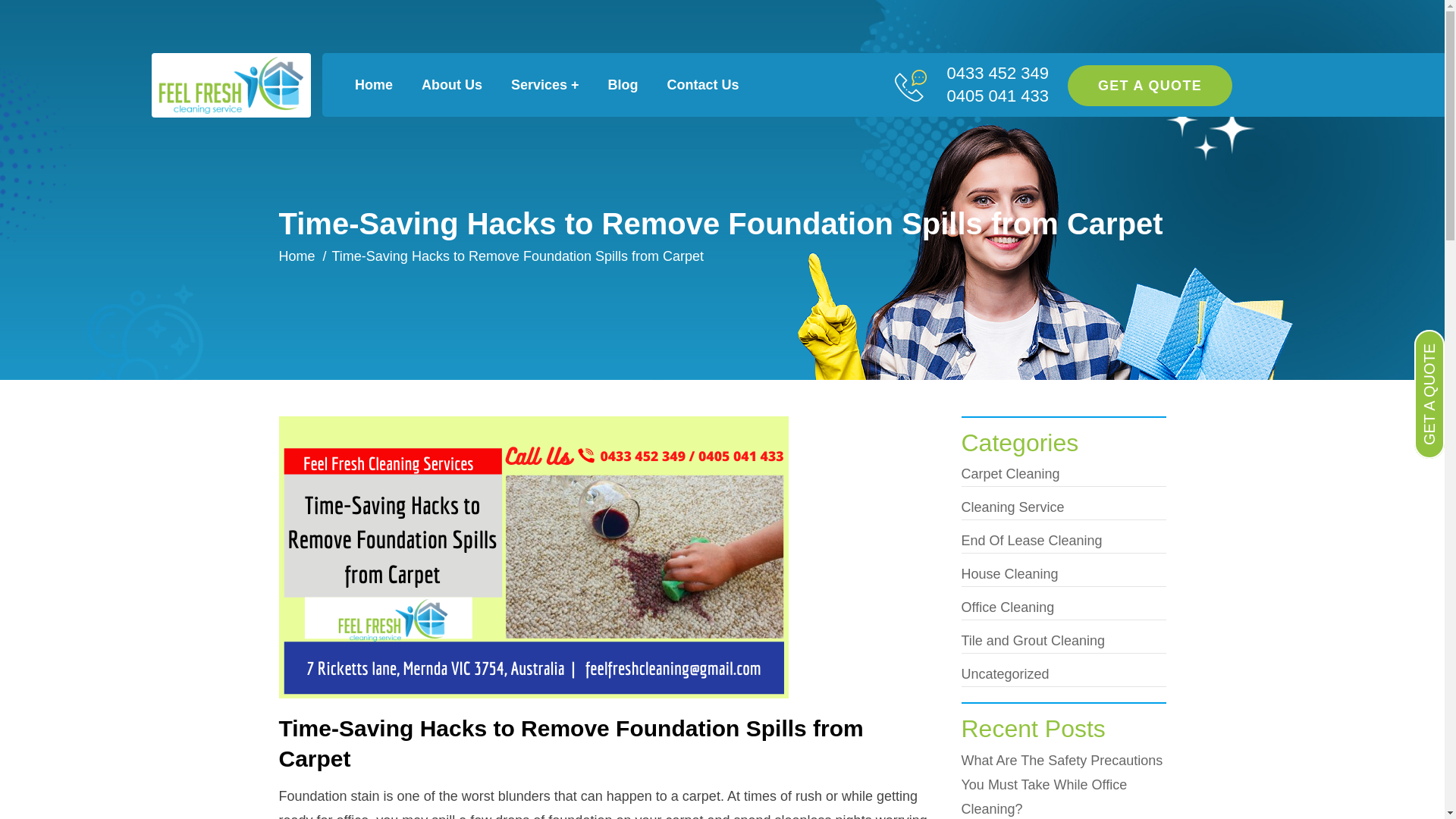 The width and height of the screenshot is (1456, 819). I want to click on 'Office Cleaning', so click(960, 607).